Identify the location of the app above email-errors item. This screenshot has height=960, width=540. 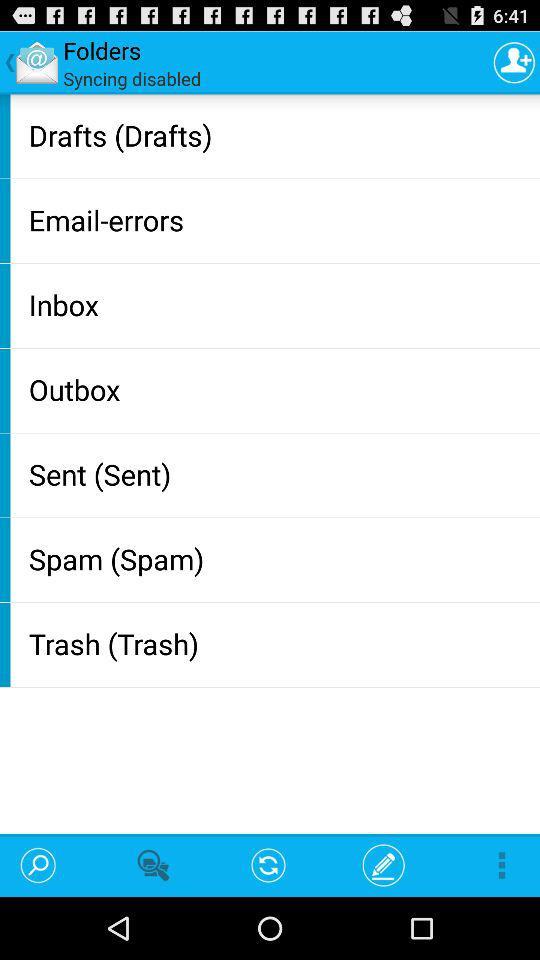
(279, 134).